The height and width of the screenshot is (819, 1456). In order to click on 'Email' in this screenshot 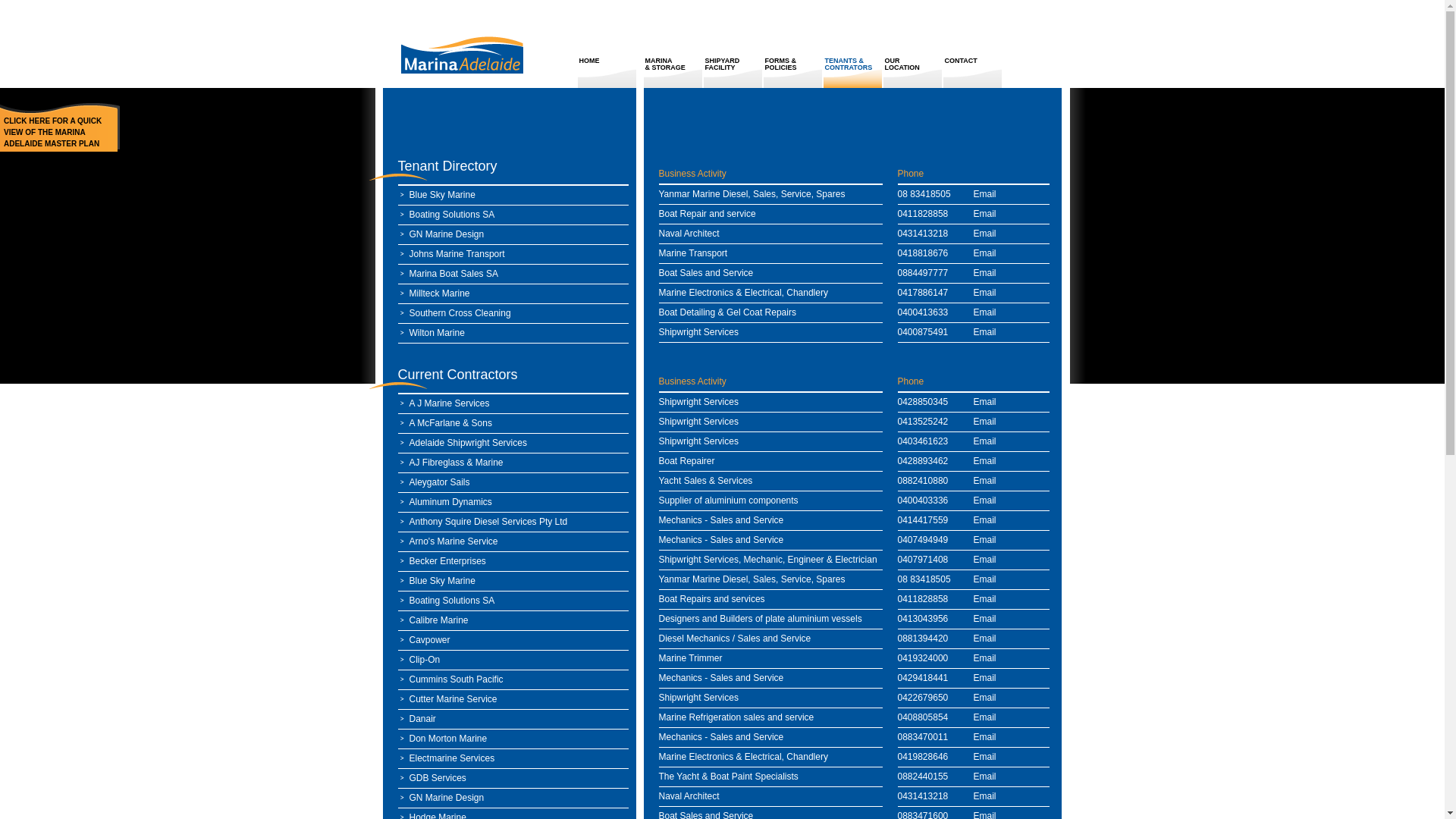, I will do `click(985, 400)`.